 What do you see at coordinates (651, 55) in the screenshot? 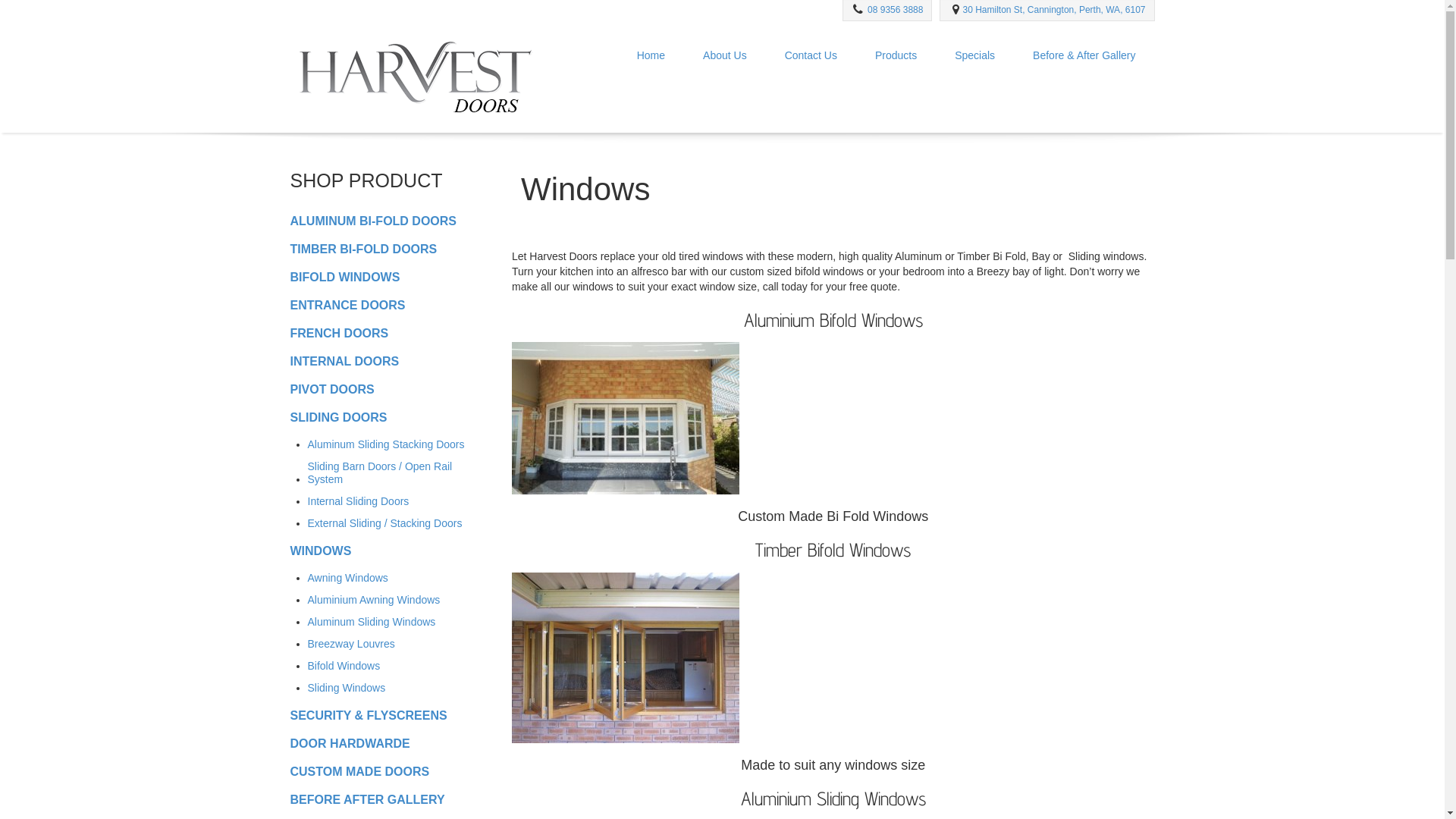
I see `'Home'` at bounding box center [651, 55].